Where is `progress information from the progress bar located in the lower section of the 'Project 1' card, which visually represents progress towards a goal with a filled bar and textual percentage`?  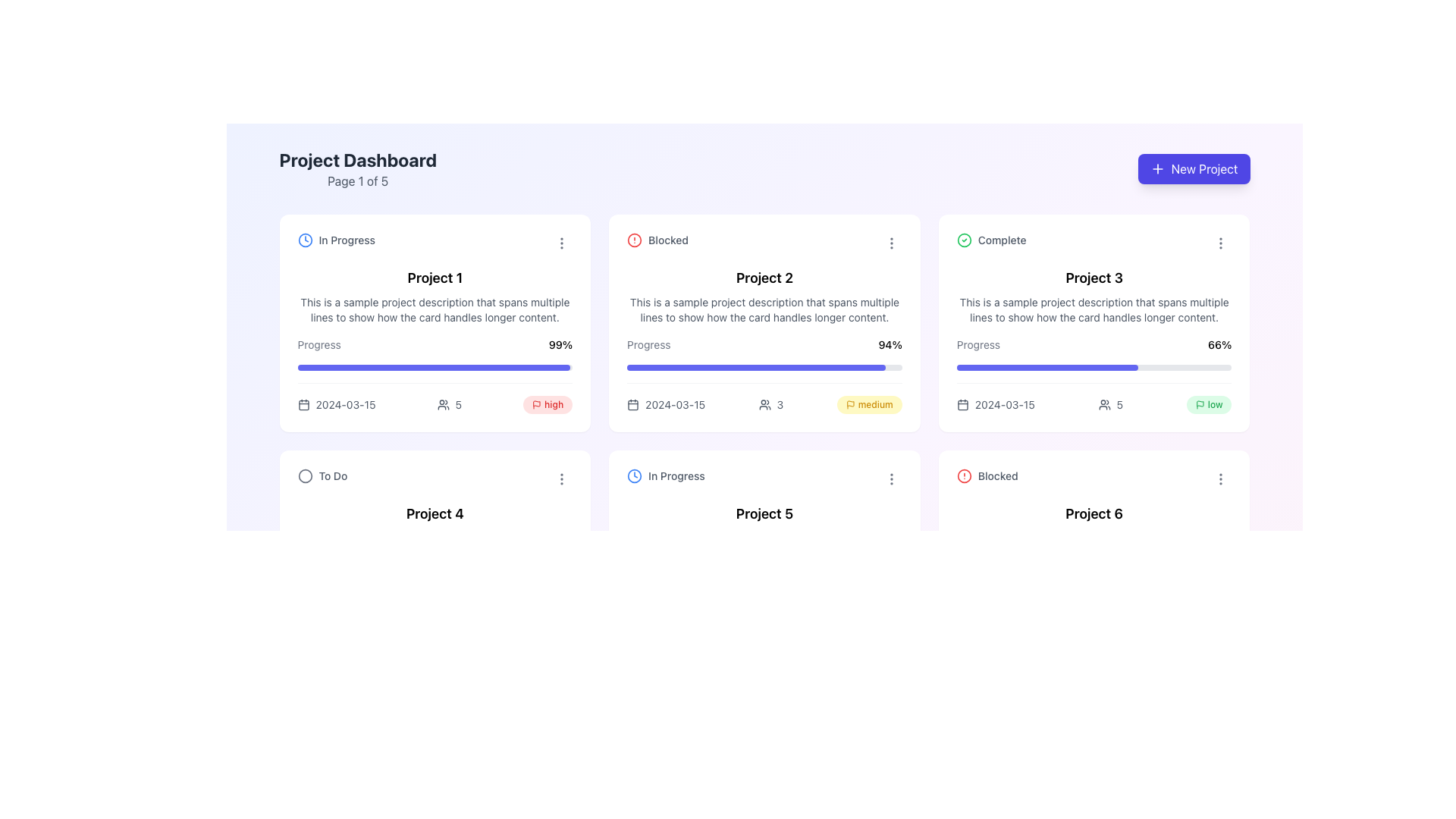 progress information from the progress bar located in the lower section of the 'Project 1' card, which visually represents progress towards a goal with a filled bar and textual percentage is located at coordinates (434, 375).